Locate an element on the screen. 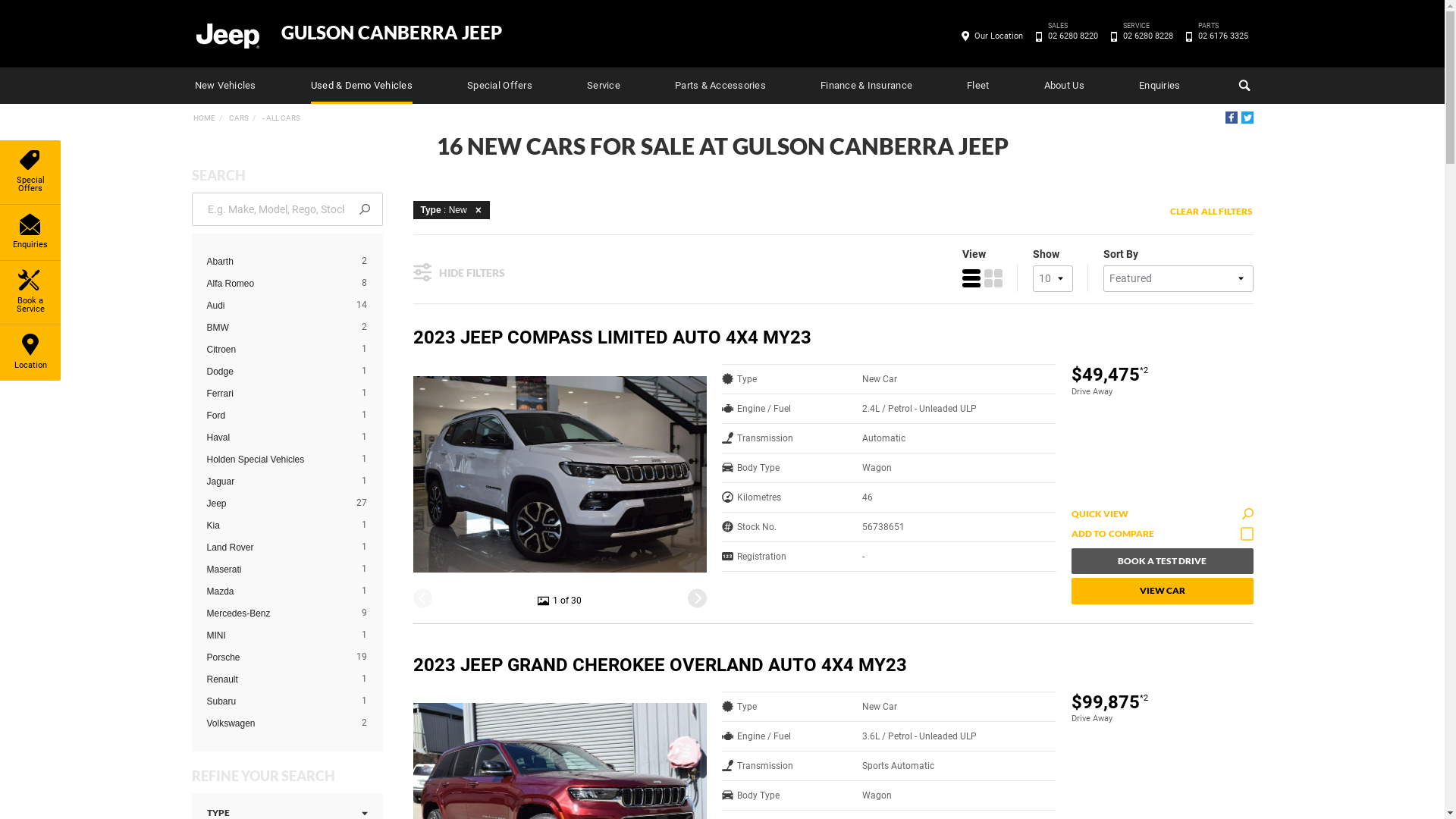 This screenshot has height=819, width=1456. 'Haval' is located at coordinates (275, 438).